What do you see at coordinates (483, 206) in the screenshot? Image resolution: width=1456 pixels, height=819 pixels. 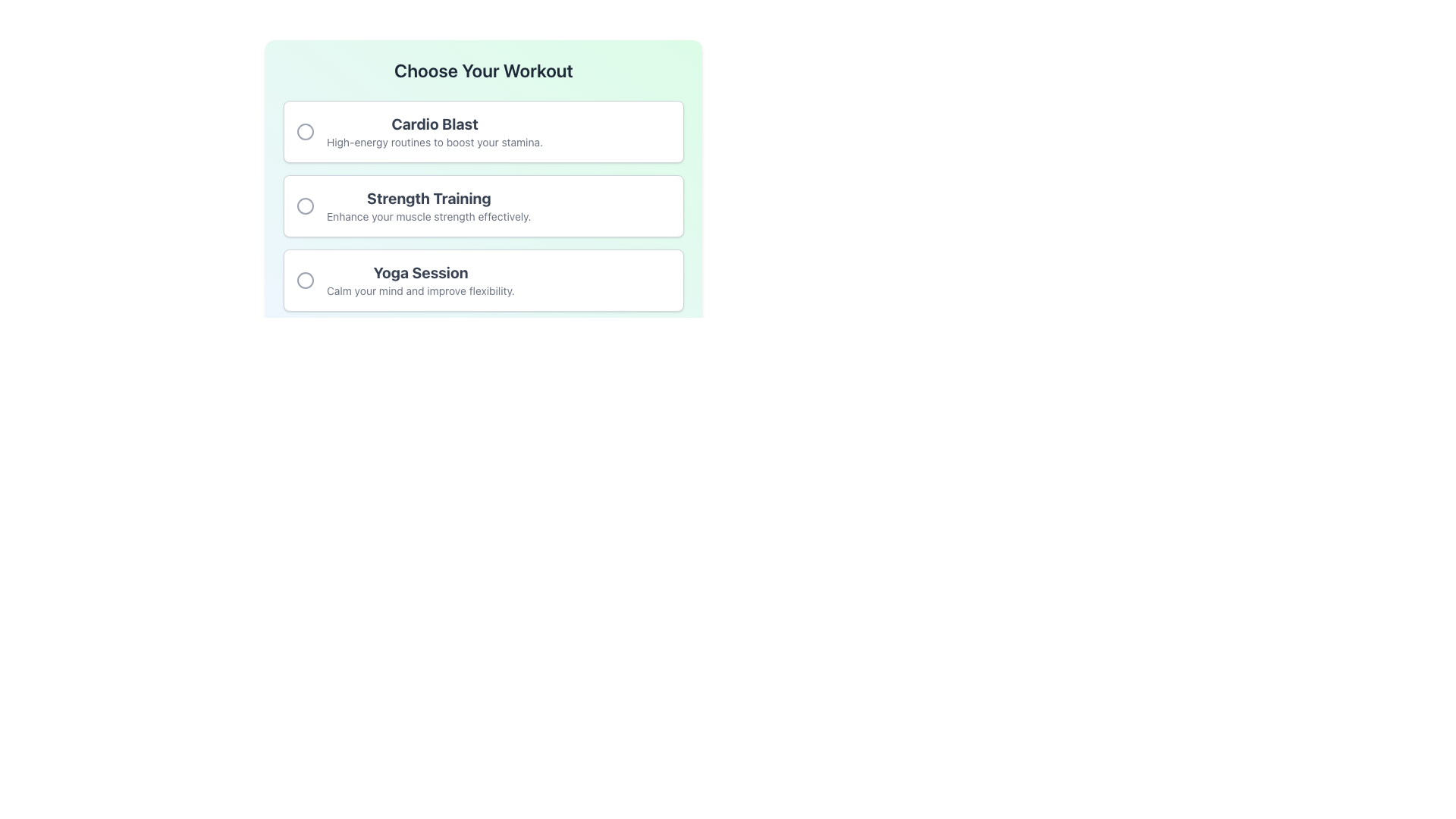 I see `the middle option in the Option card` at bounding box center [483, 206].